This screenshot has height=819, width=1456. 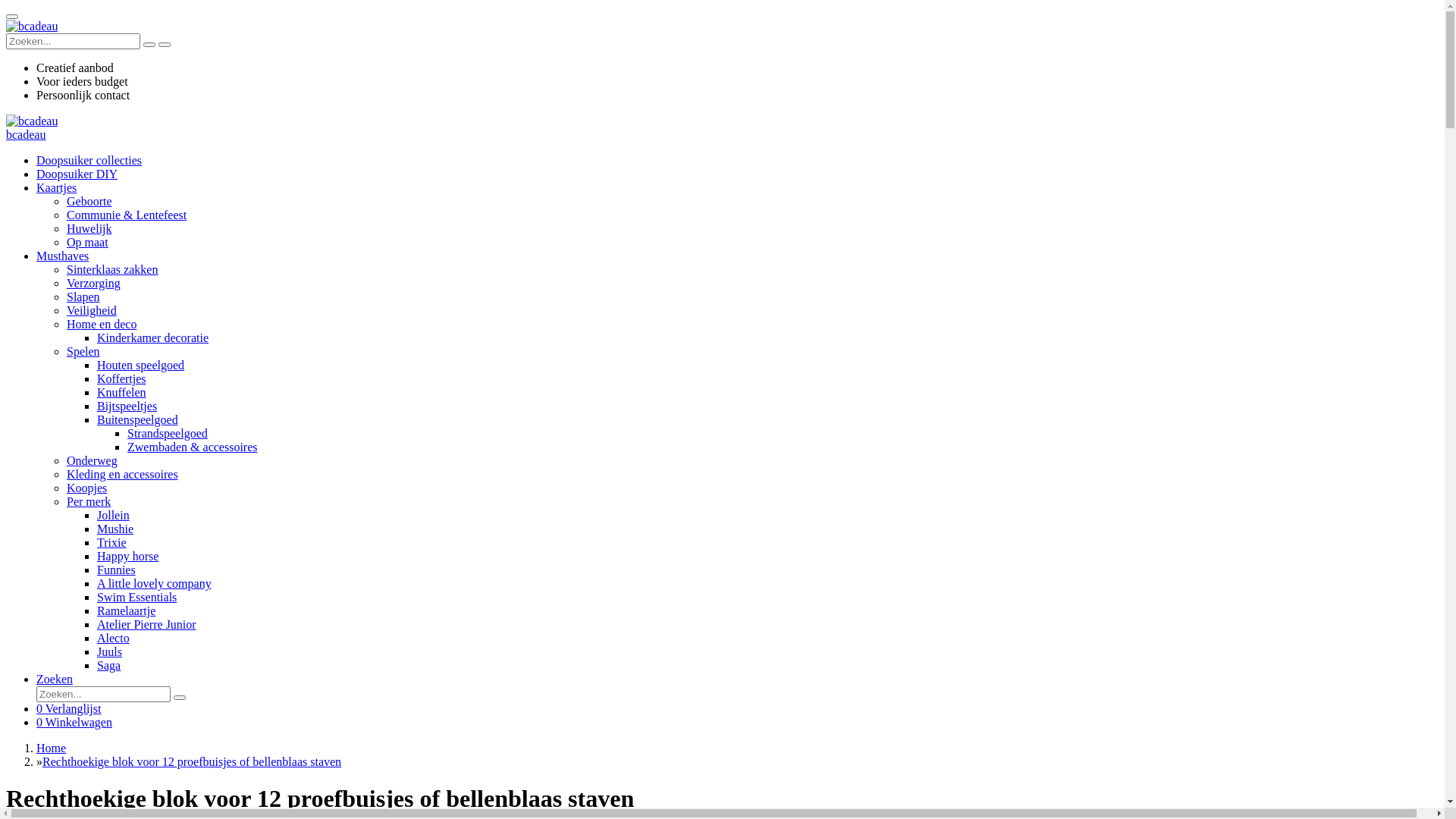 I want to click on 'Slapen', so click(x=83, y=297).